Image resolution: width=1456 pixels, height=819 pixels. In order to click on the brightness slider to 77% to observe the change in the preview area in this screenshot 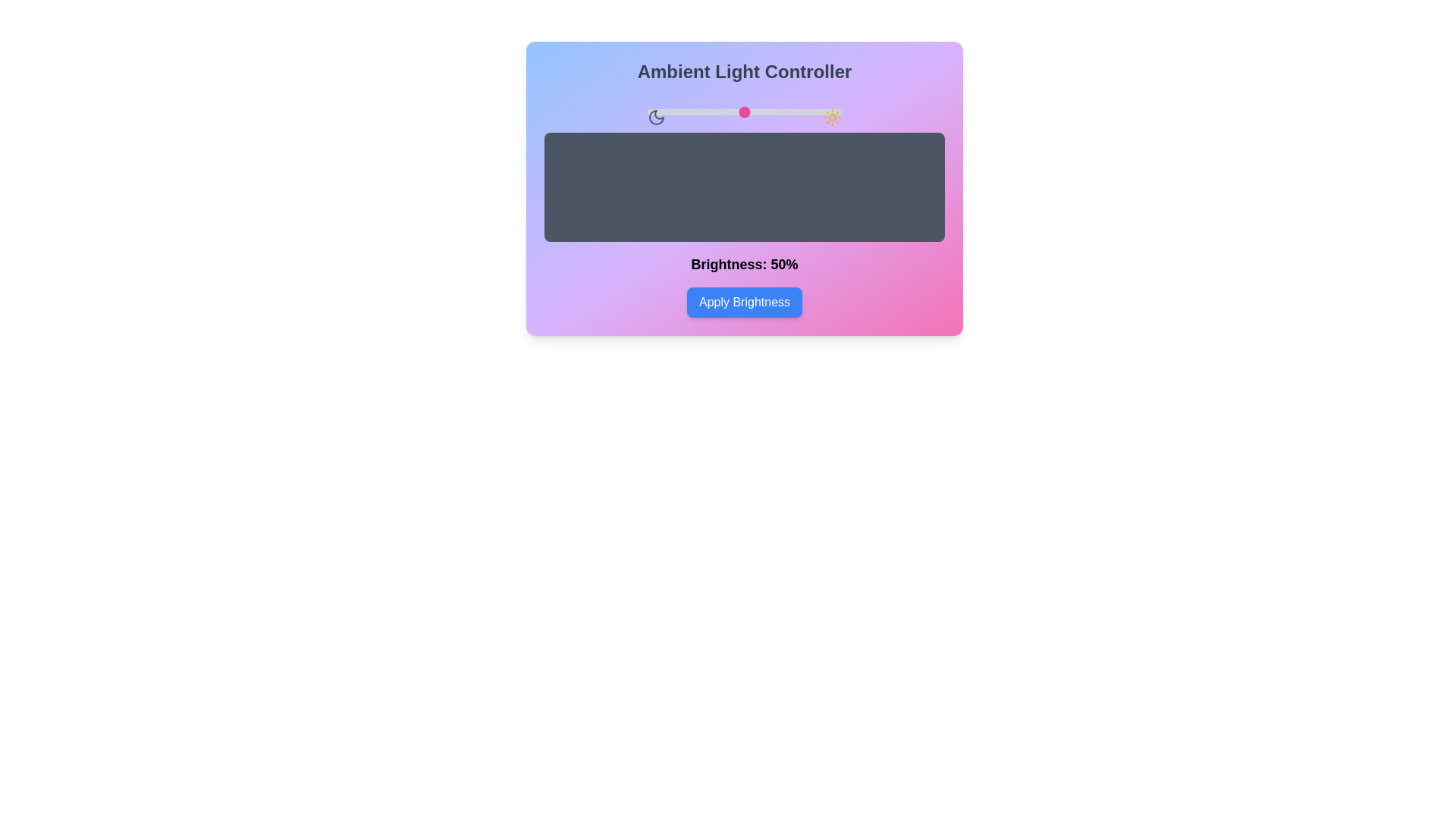, I will do `click(796, 111)`.